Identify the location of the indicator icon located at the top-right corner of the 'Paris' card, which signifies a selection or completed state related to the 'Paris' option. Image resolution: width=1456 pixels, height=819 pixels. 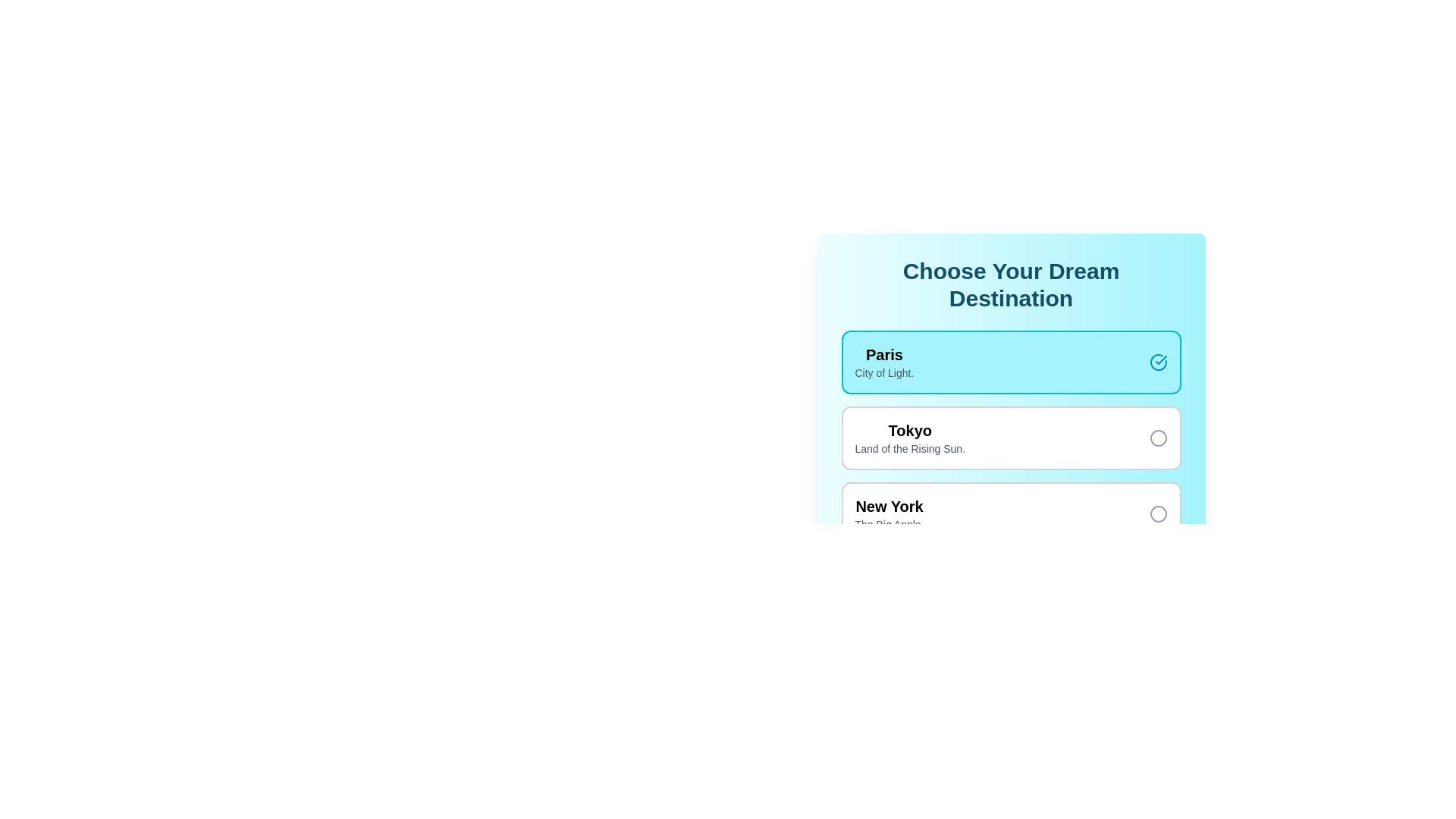
(1157, 362).